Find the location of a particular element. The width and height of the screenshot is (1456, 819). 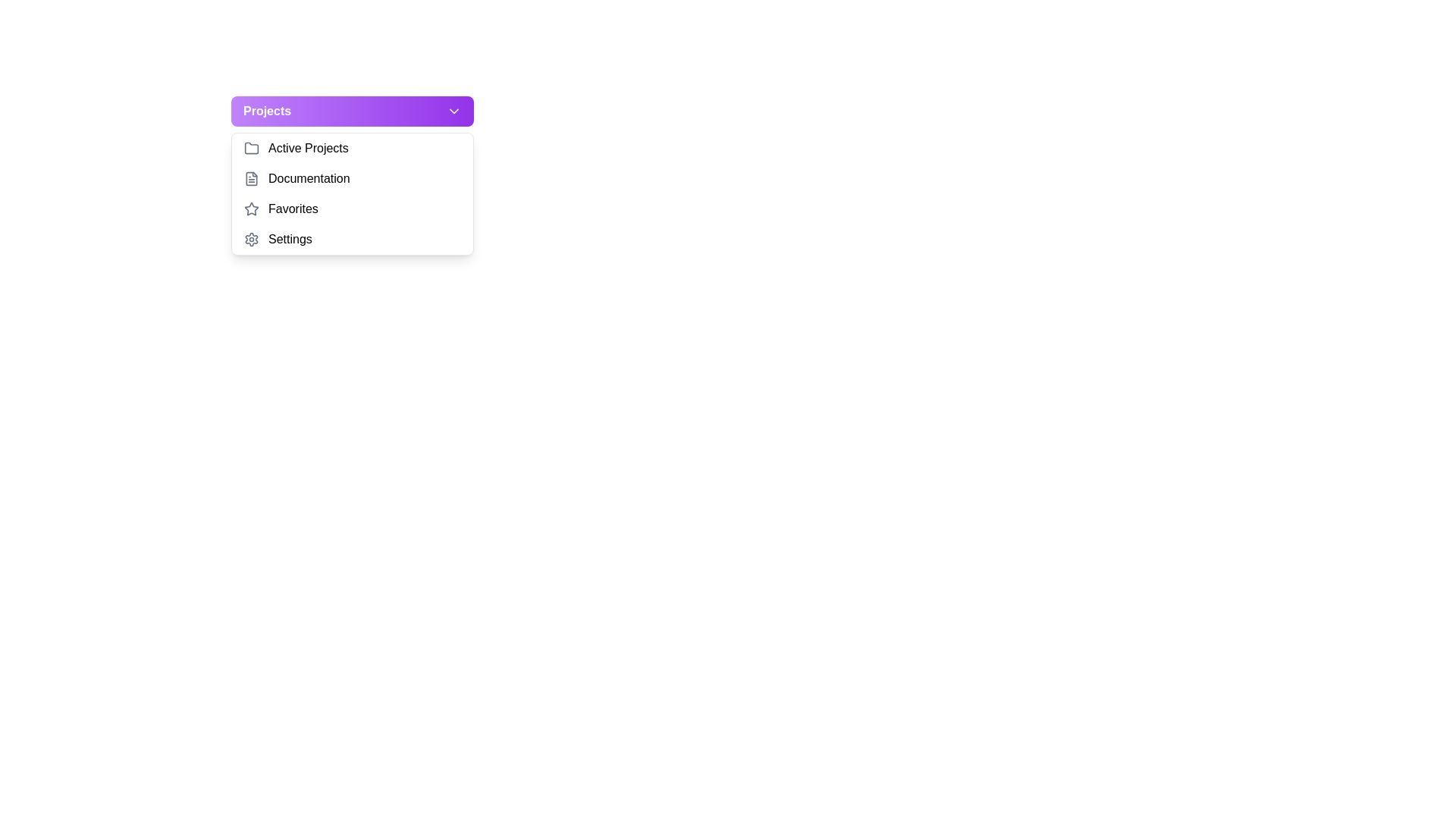

the 'Documentation' menu item, which is the second item in the vertical list of the dropdown menu labeled 'Projects' is located at coordinates (352, 177).